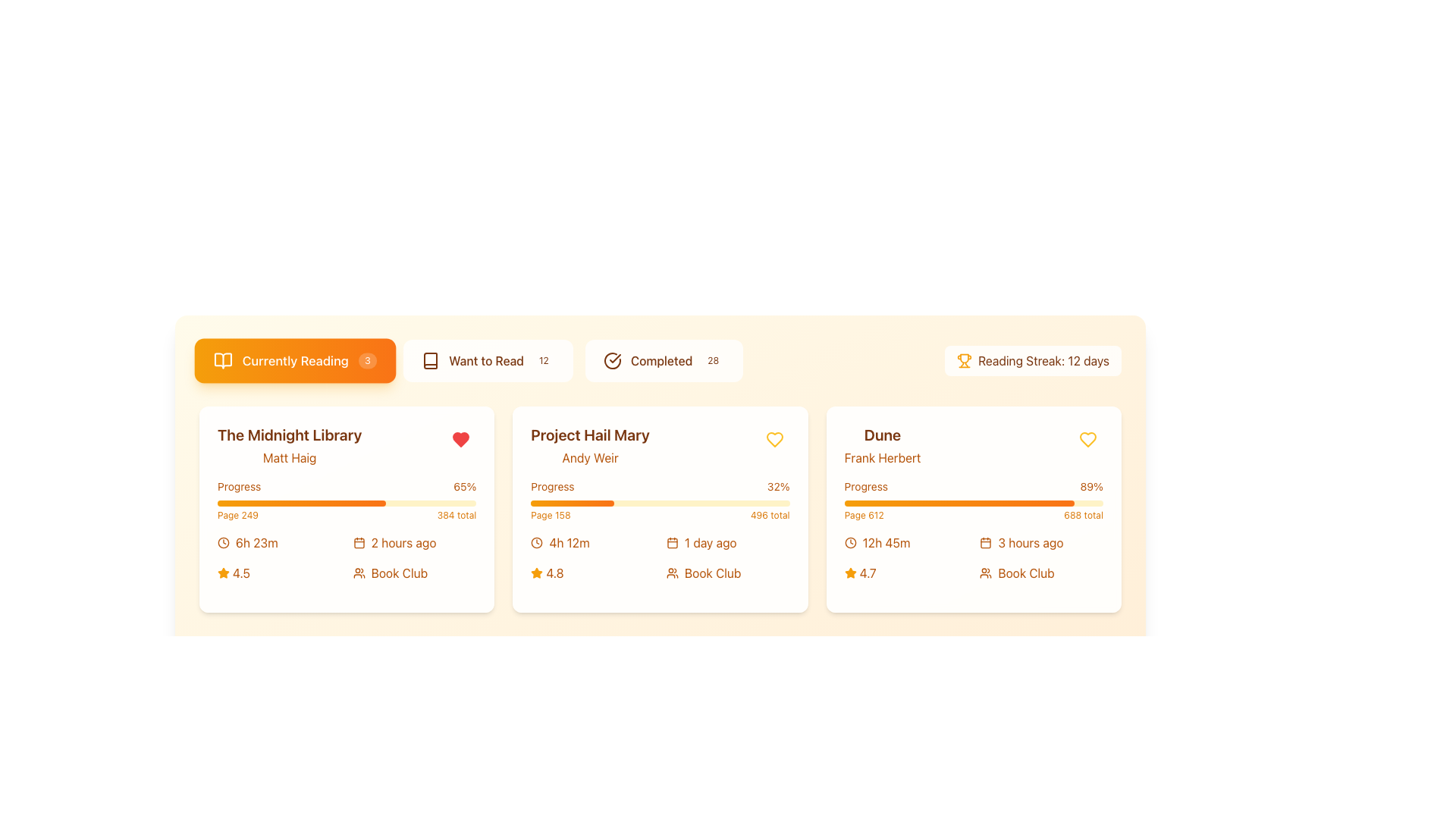 The width and height of the screenshot is (1456, 819). What do you see at coordinates (415, 542) in the screenshot?
I see `the text label '2 hours ago' with an amber color and a calendar icon, located in the 'Currently Reading' section of 'The Midnight Library' card` at bounding box center [415, 542].